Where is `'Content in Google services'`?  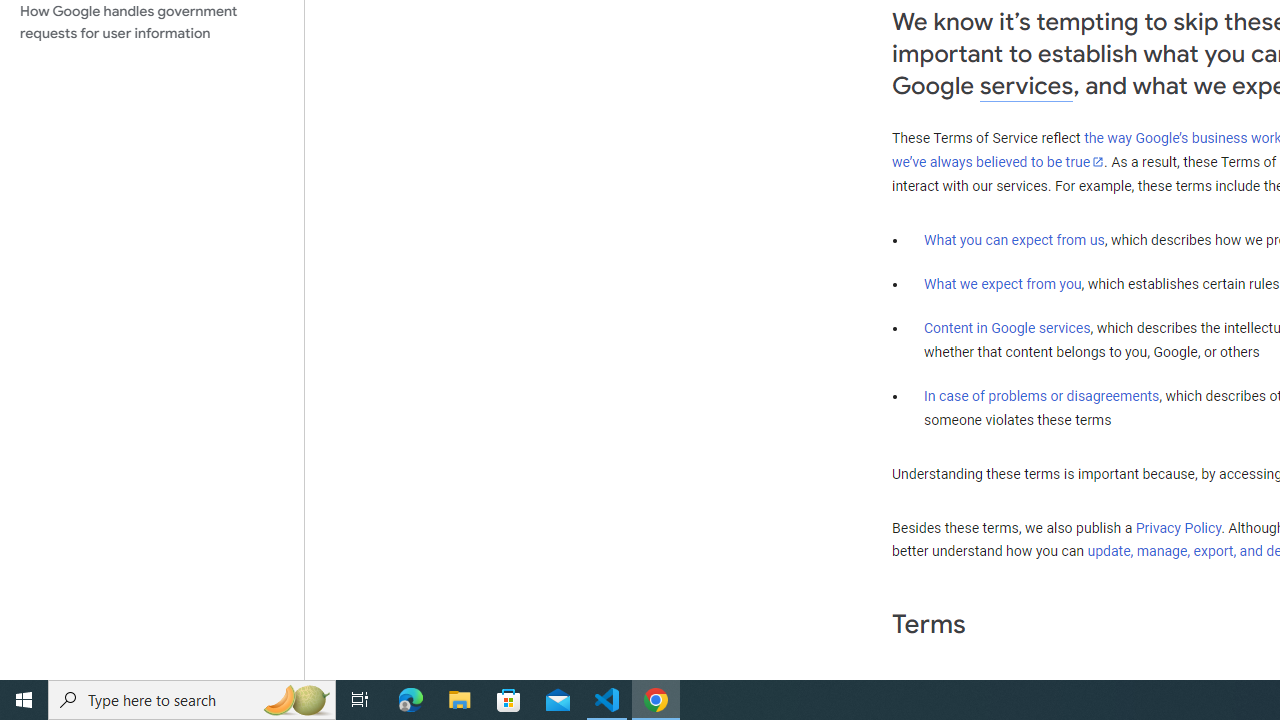
'Content in Google services' is located at coordinates (1007, 326).